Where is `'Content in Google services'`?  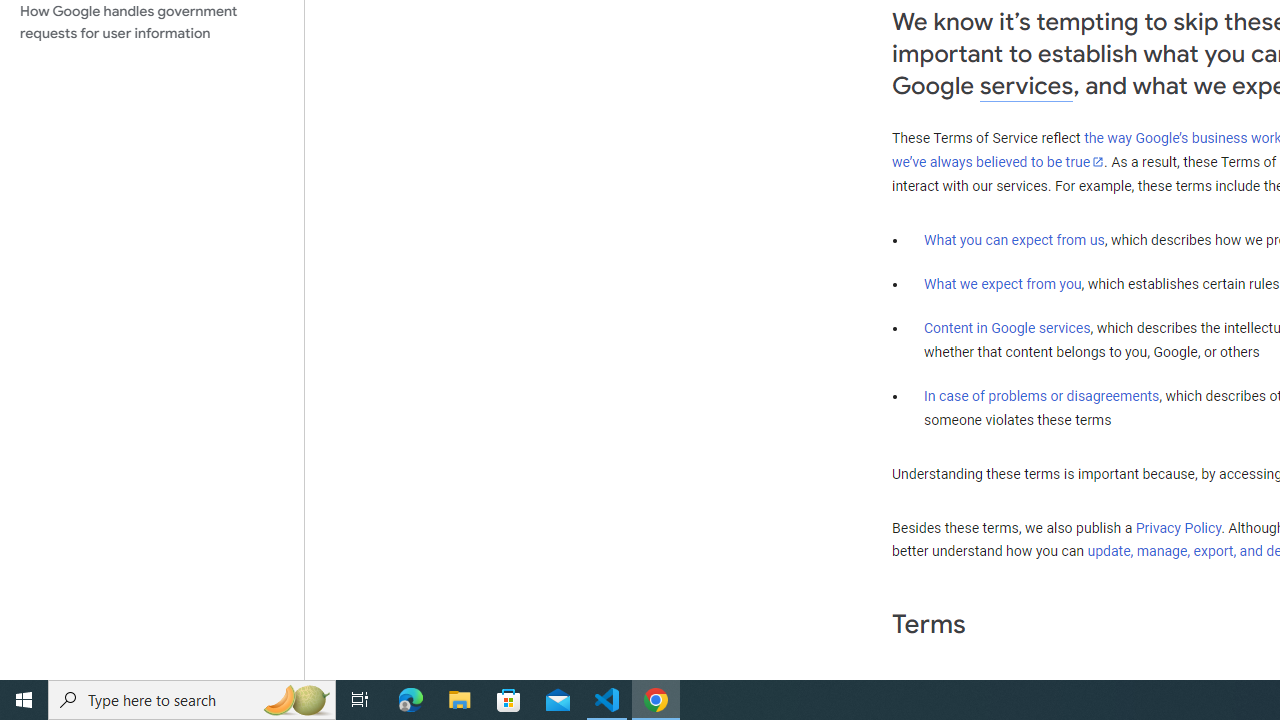
'Content in Google services' is located at coordinates (1007, 326).